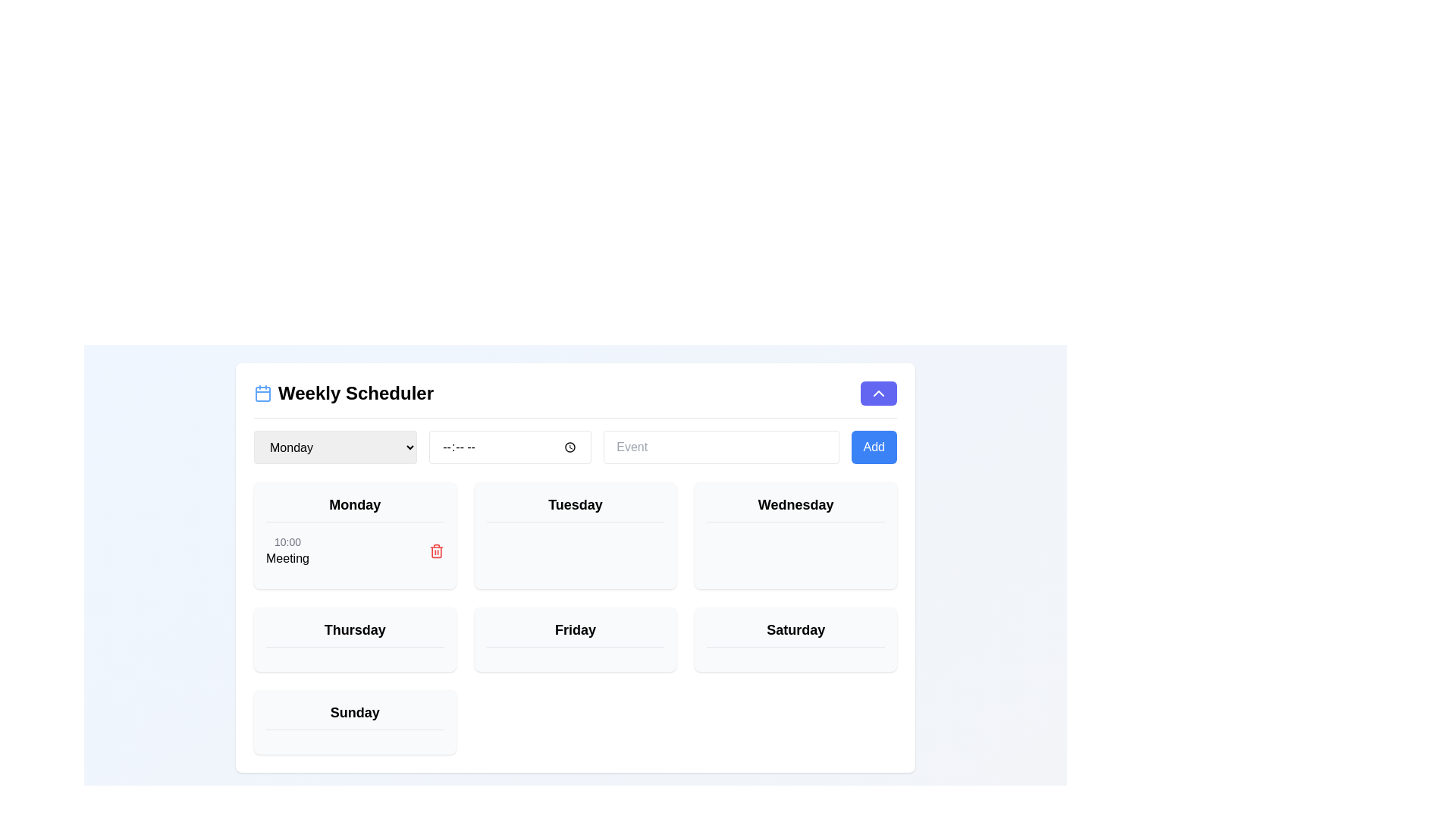  I want to click on an option from the dropdown menu labeled 'Monday' located in the header of the 'Weekly Scheduler' interface, so click(334, 447).